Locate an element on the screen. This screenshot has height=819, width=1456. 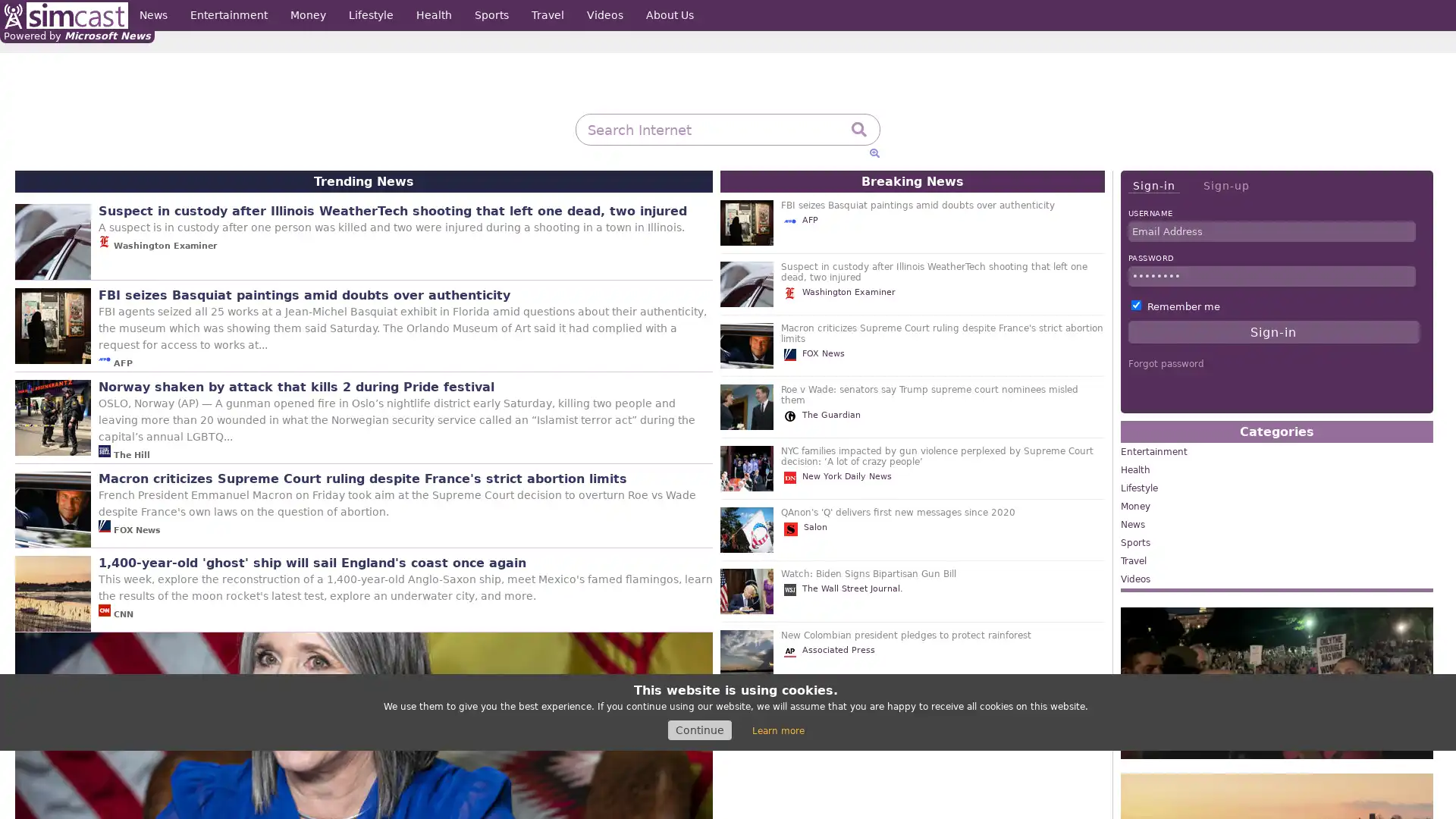
Continue is located at coordinates (698, 730).